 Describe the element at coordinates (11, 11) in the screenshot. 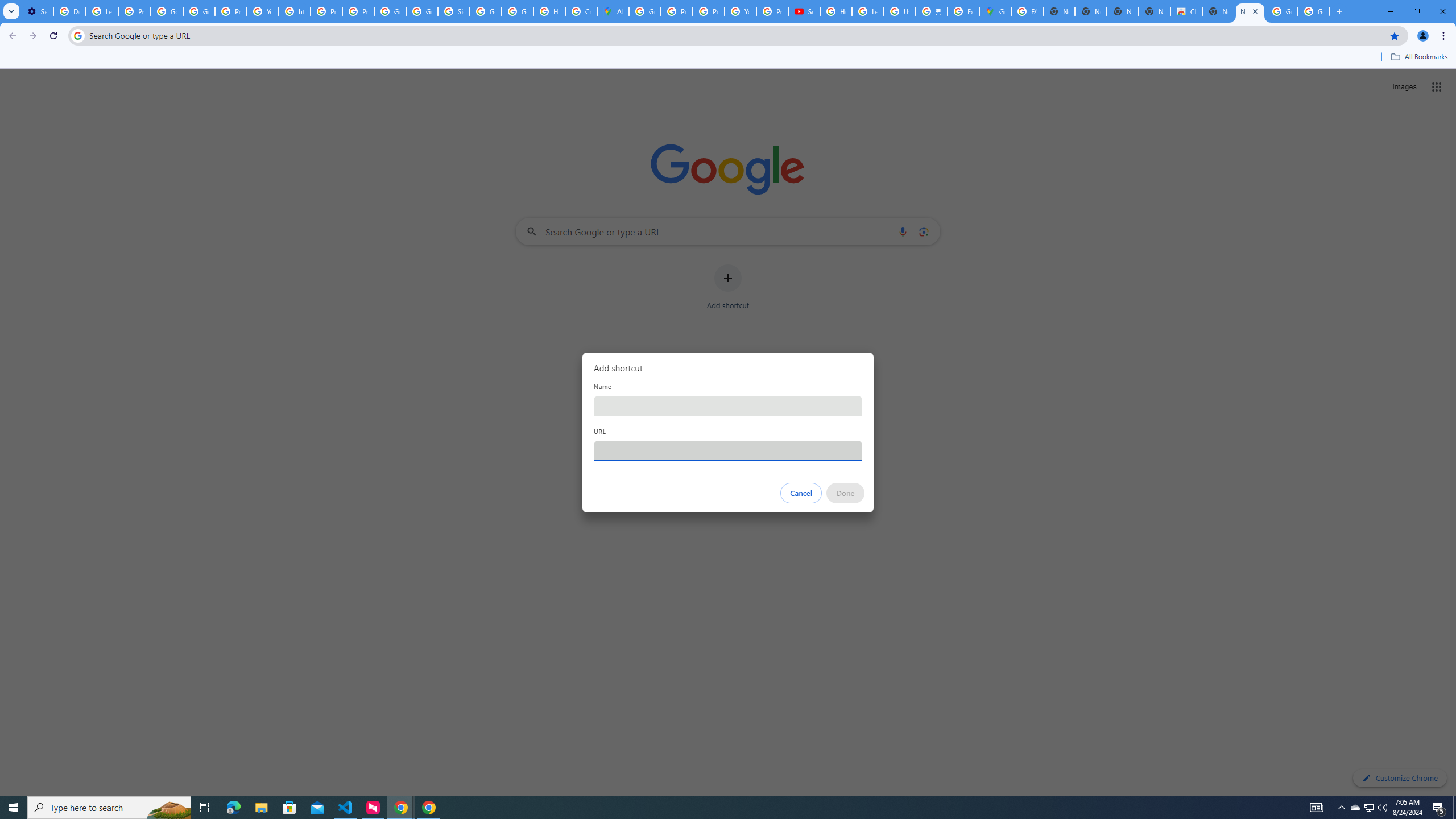

I see `'Search tabs'` at that location.